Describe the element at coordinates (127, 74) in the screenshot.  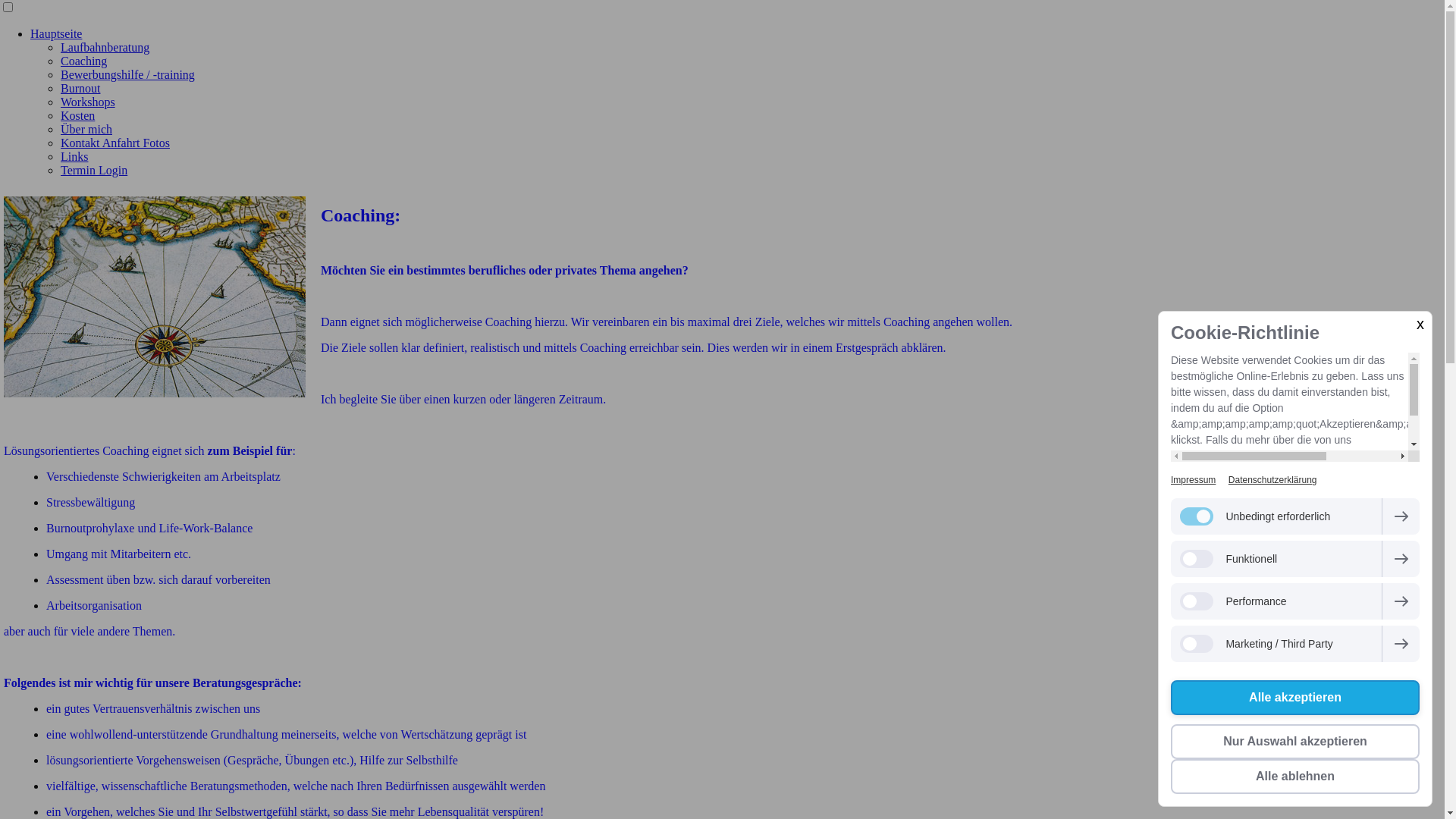
I see `'Bewerbungshilfe / -training'` at that location.